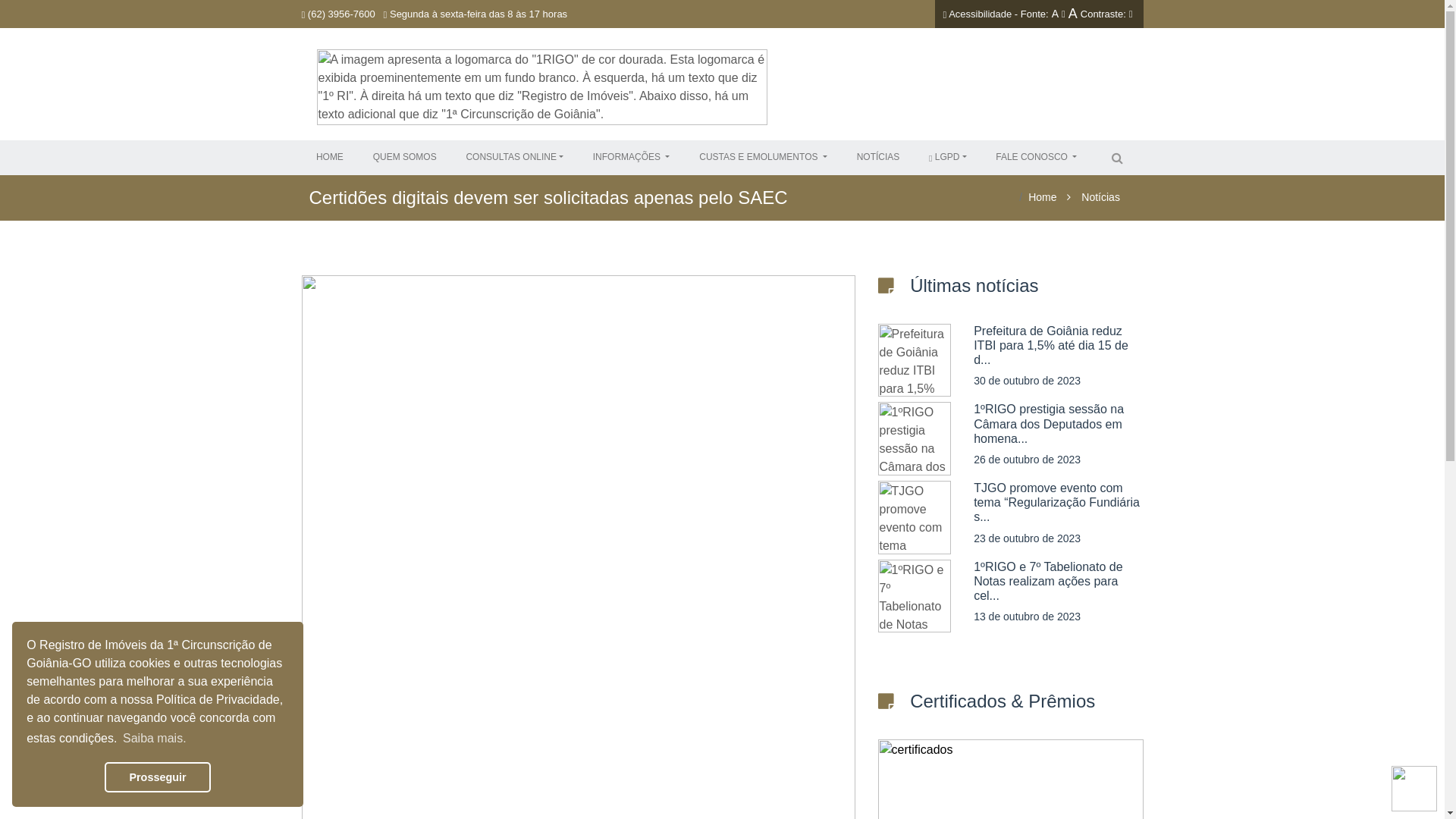 This screenshot has height=819, width=1456. I want to click on 'Acessibilidade', so click(948, 14).